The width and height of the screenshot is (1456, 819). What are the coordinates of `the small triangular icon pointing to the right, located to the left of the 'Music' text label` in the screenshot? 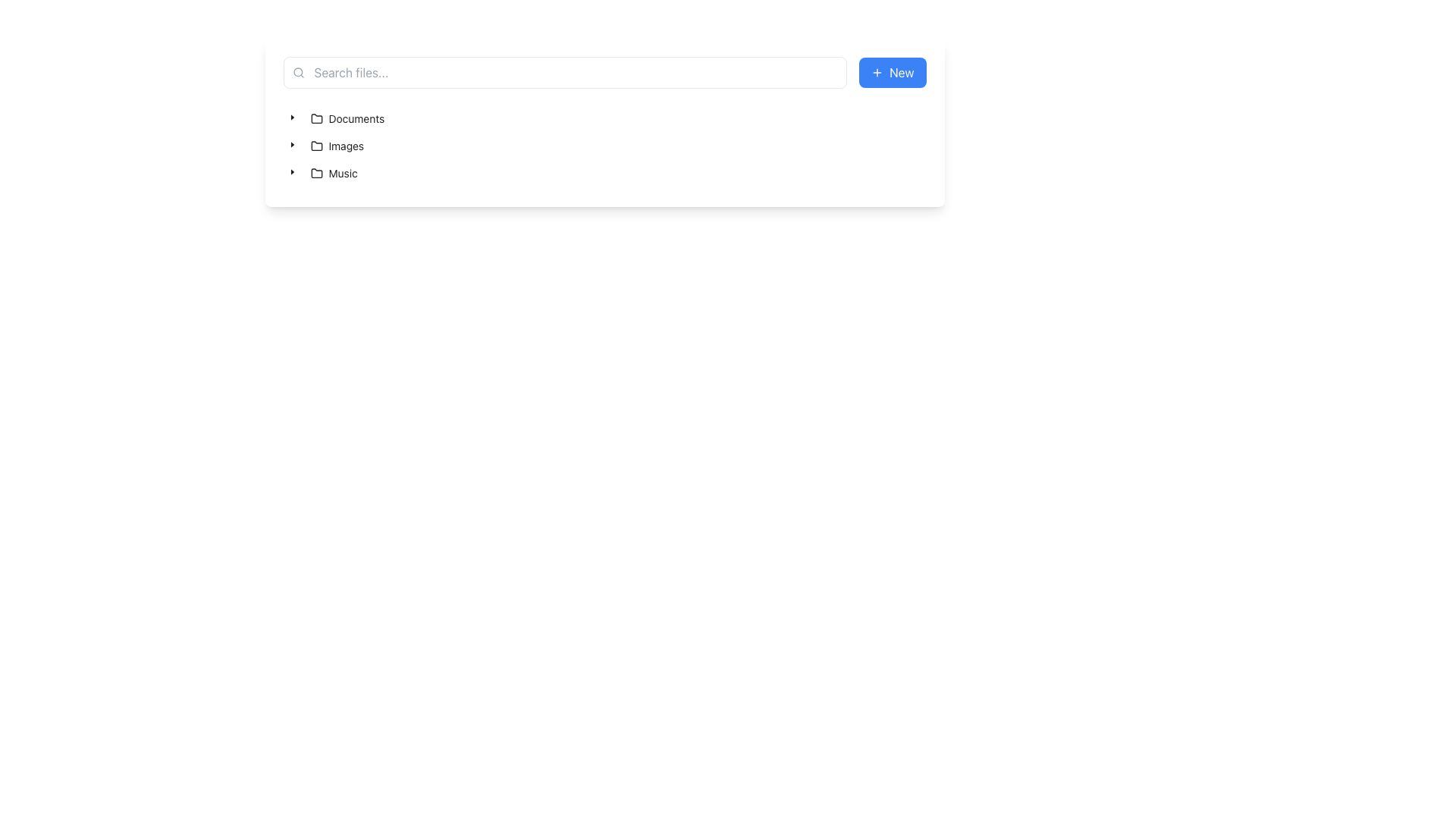 It's located at (292, 172).